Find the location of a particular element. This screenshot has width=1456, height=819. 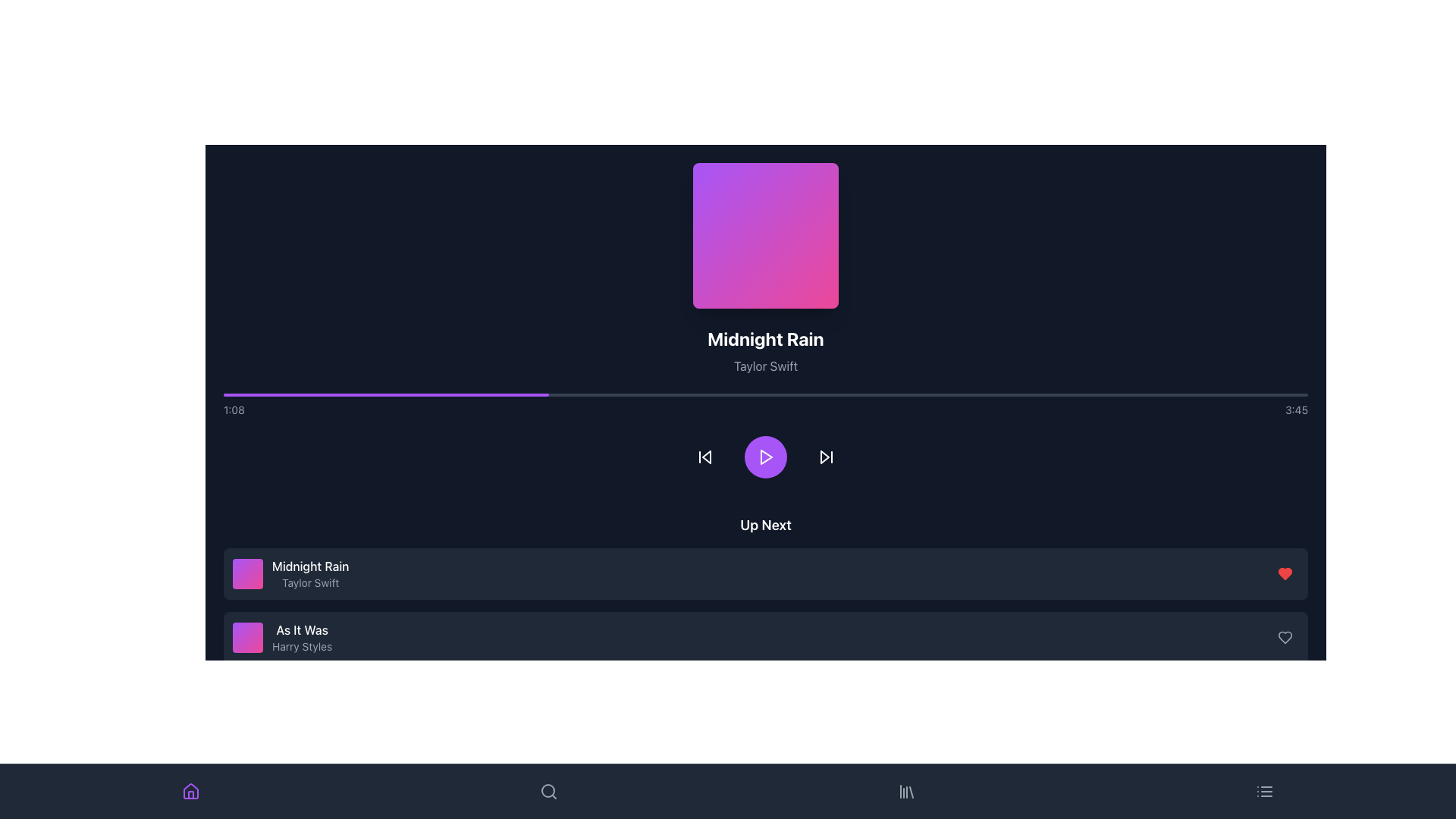

the progress bar is located at coordinates (302, 394).